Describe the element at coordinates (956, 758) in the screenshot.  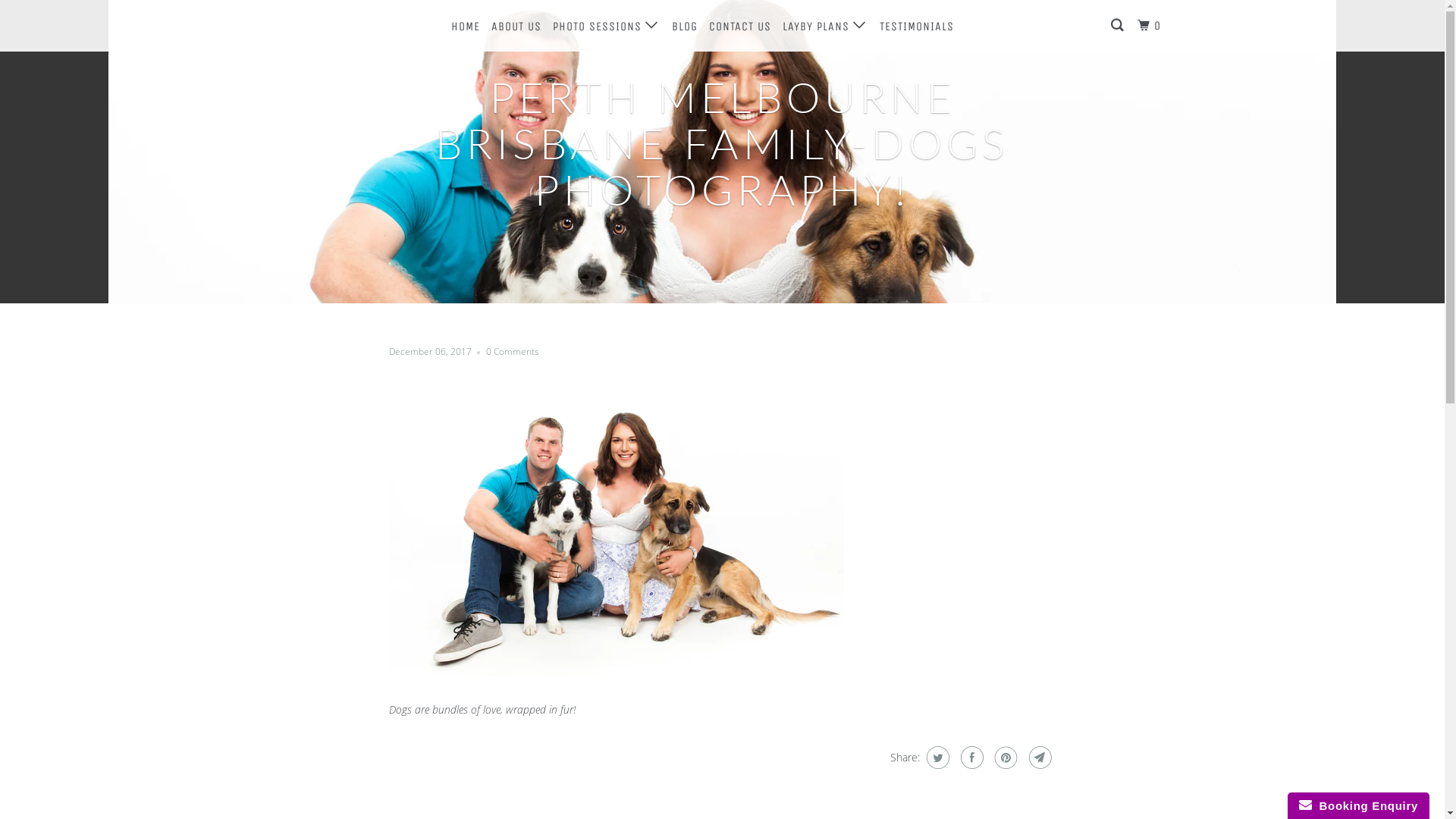
I see `'Share this on Facebook'` at that location.